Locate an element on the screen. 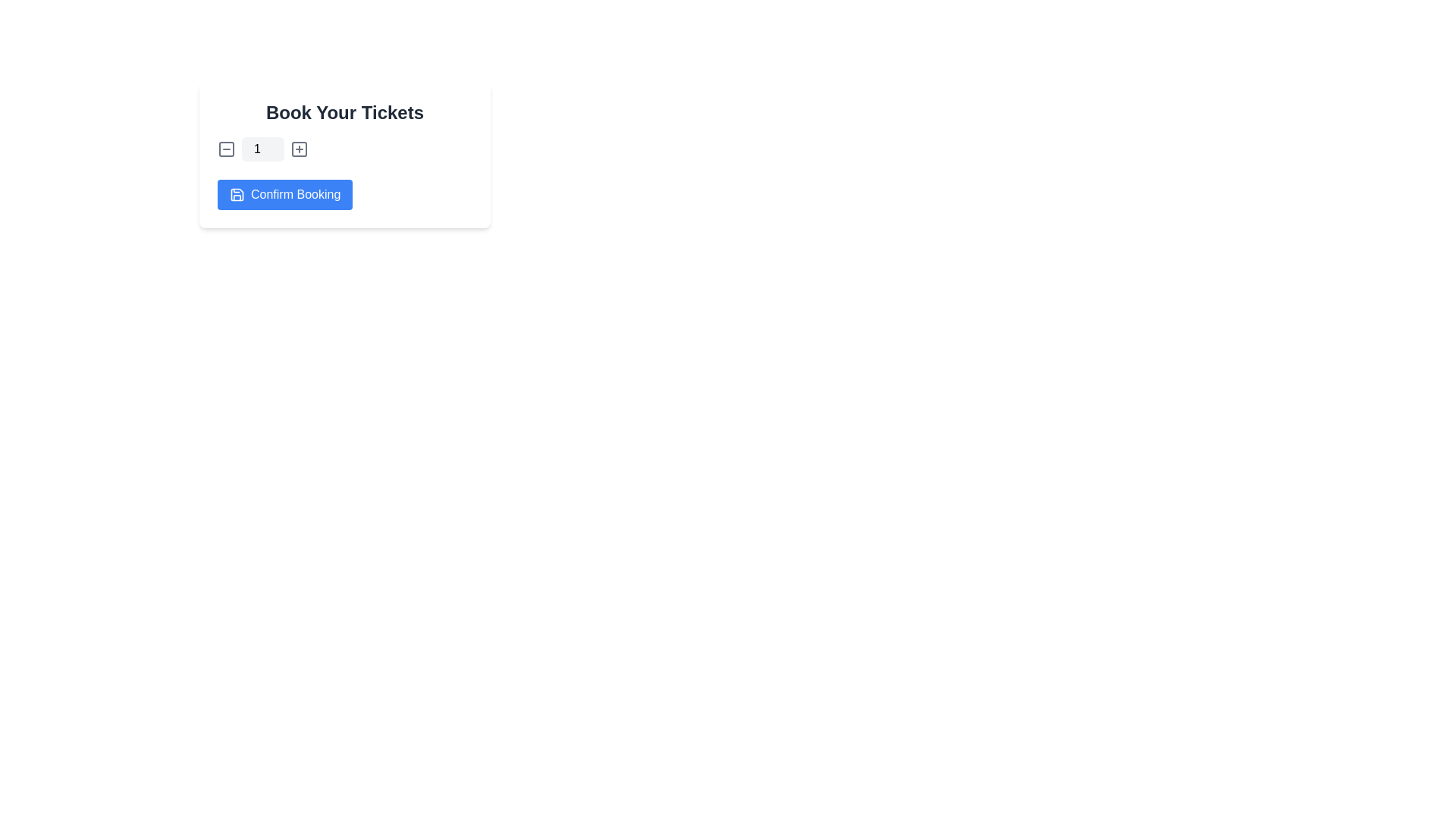  the confirm button located at the bottom right of the 'Book Your Tickets' card to initiate the booking process is located at coordinates (285, 194).